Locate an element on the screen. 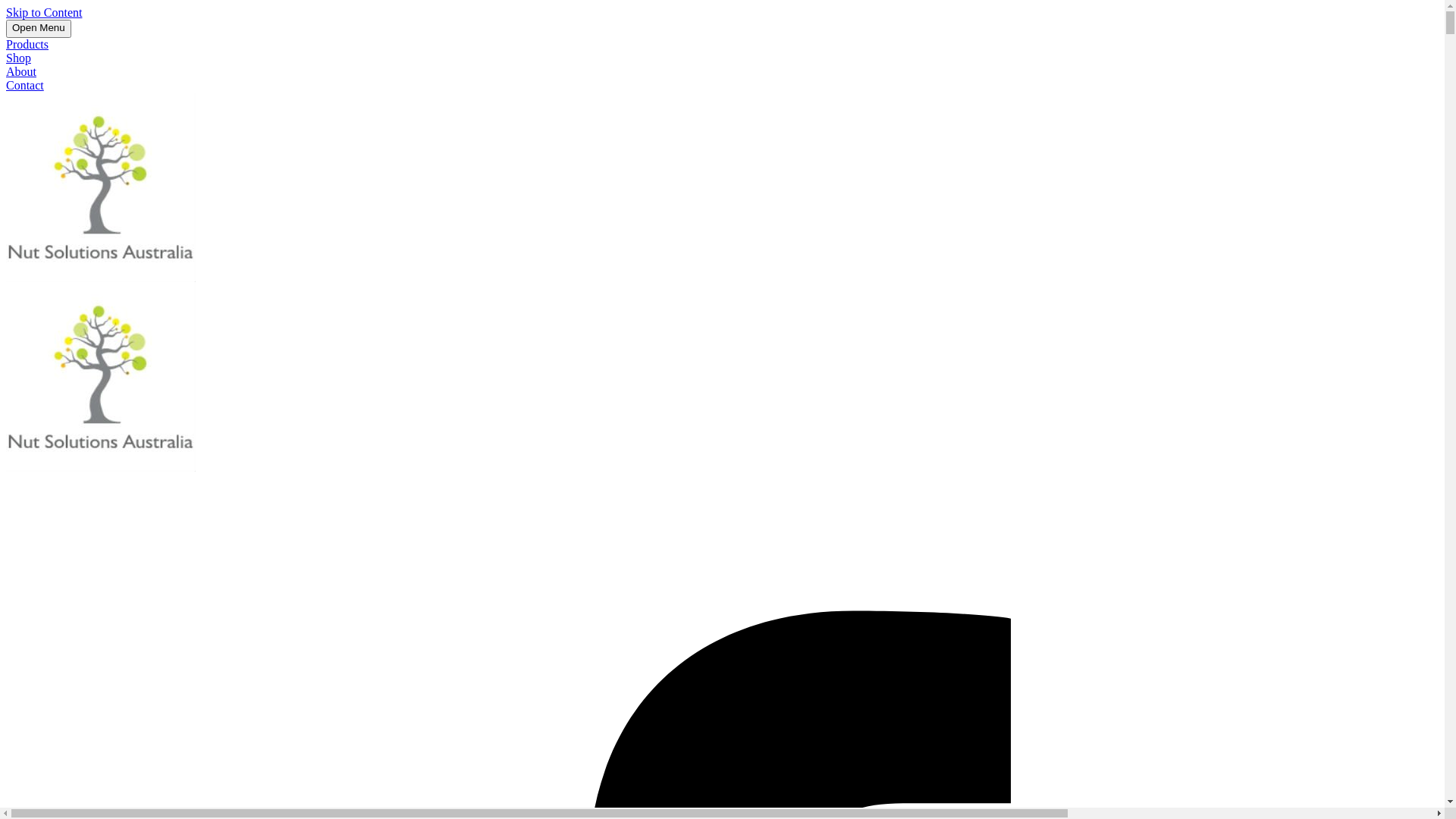 Image resolution: width=1456 pixels, height=819 pixels. 'About' is located at coordinates (21, 71).